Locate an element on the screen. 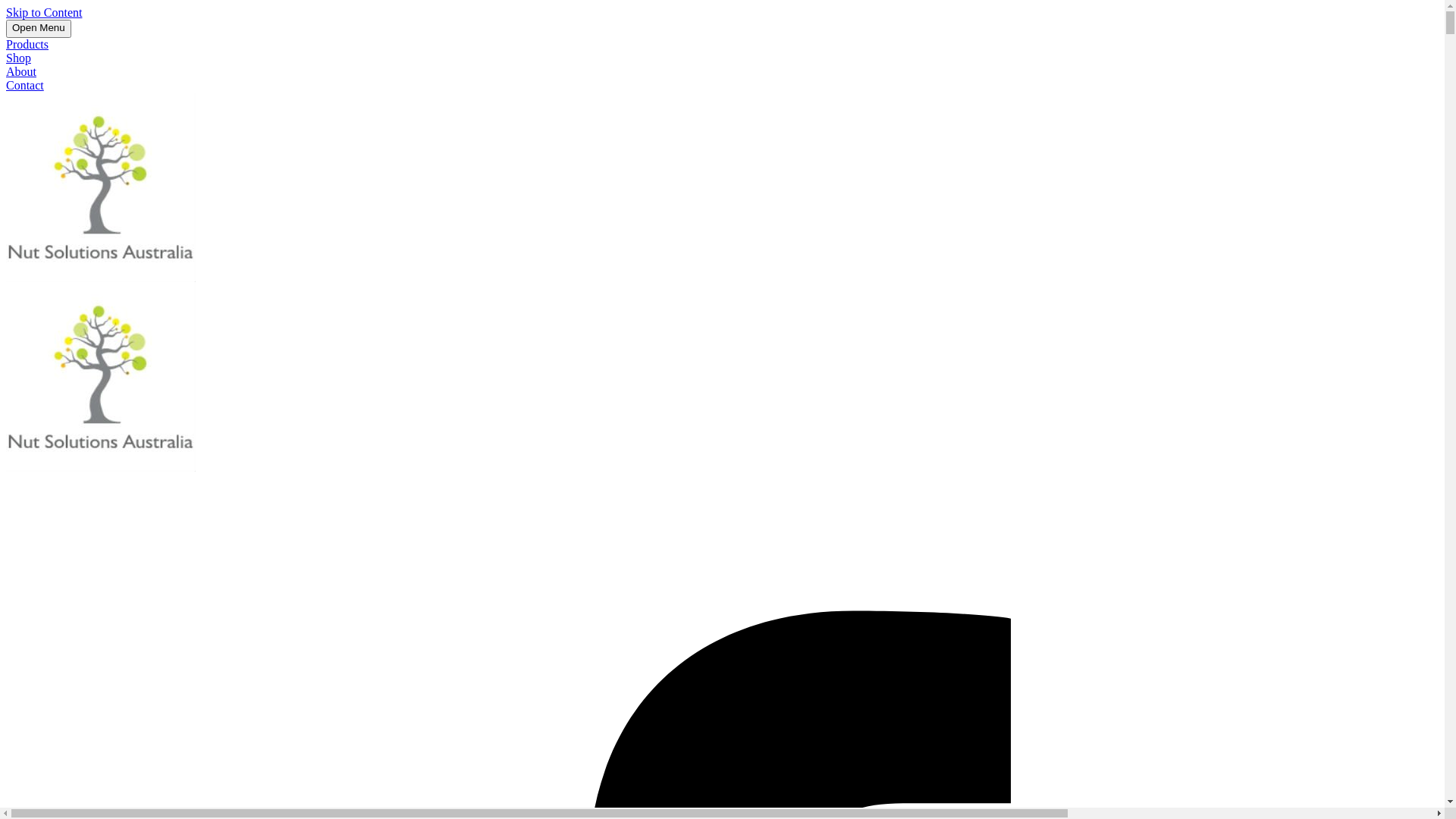 Image resolution: width=1456 pixels, height=819 pixels. 'About' is located at coordinates (21, 71).